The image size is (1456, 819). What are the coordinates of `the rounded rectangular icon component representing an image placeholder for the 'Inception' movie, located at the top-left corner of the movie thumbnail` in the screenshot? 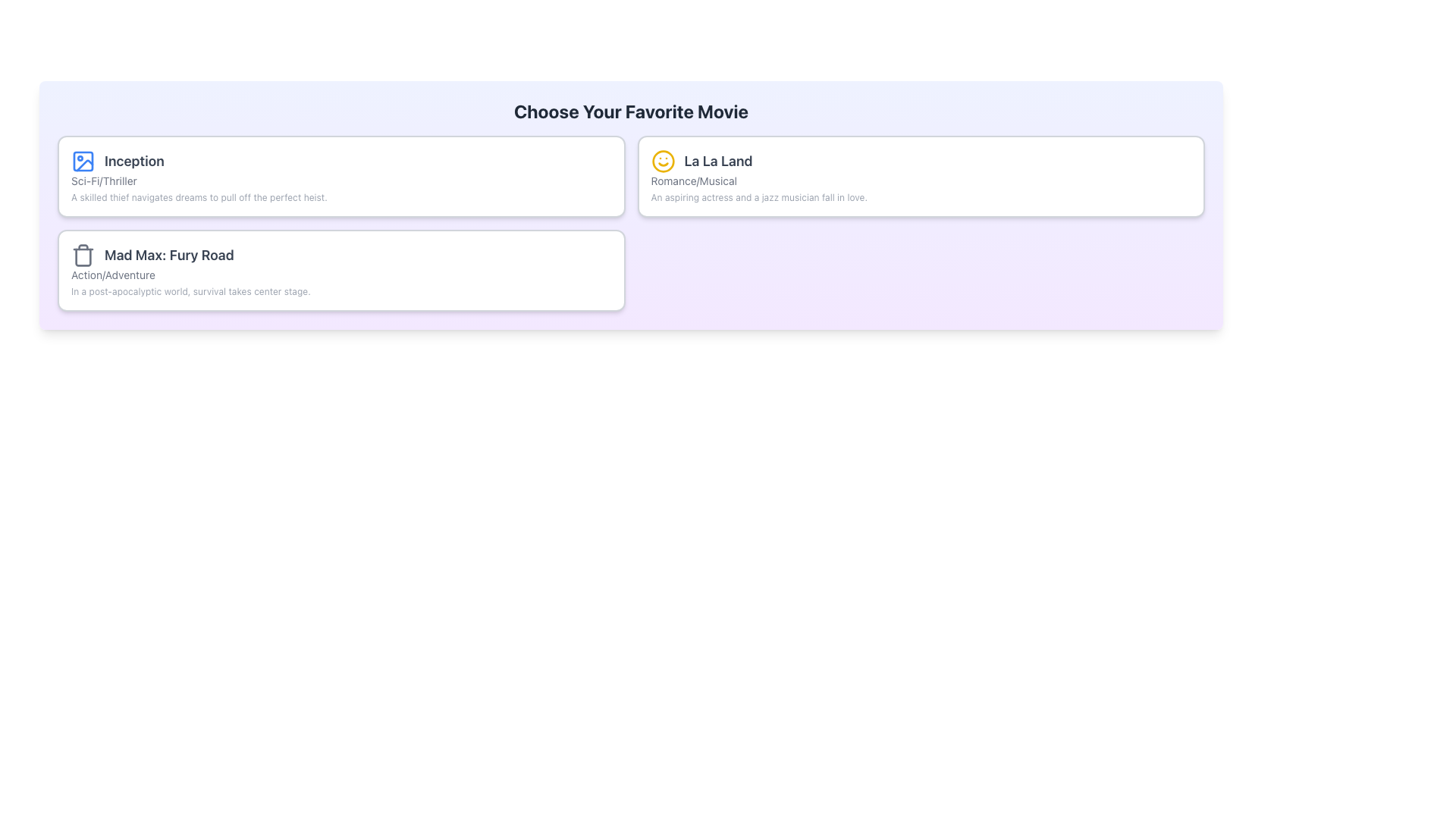 It's located at (83, 161).